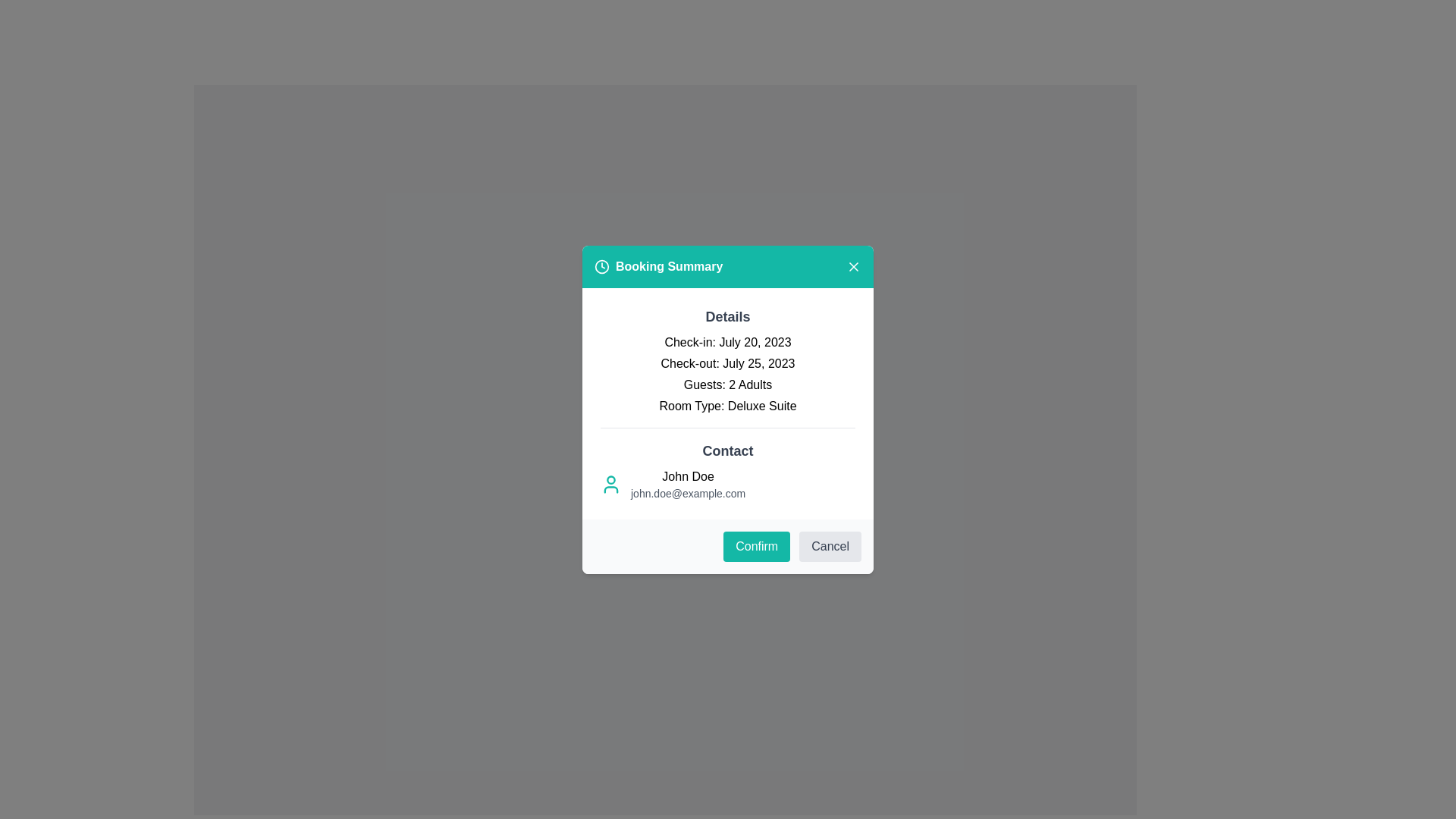 This screenshot has width=1456, height=819. What do you see at coordinates (728, 363) in the screenshot?
I see `the text label displaying 'Check-out: July 25, 2023', which is part of the 'Booking Summary' dialog box and positioned below 'Check-in: July 20, 2023'` at bounding box center [728, 363].